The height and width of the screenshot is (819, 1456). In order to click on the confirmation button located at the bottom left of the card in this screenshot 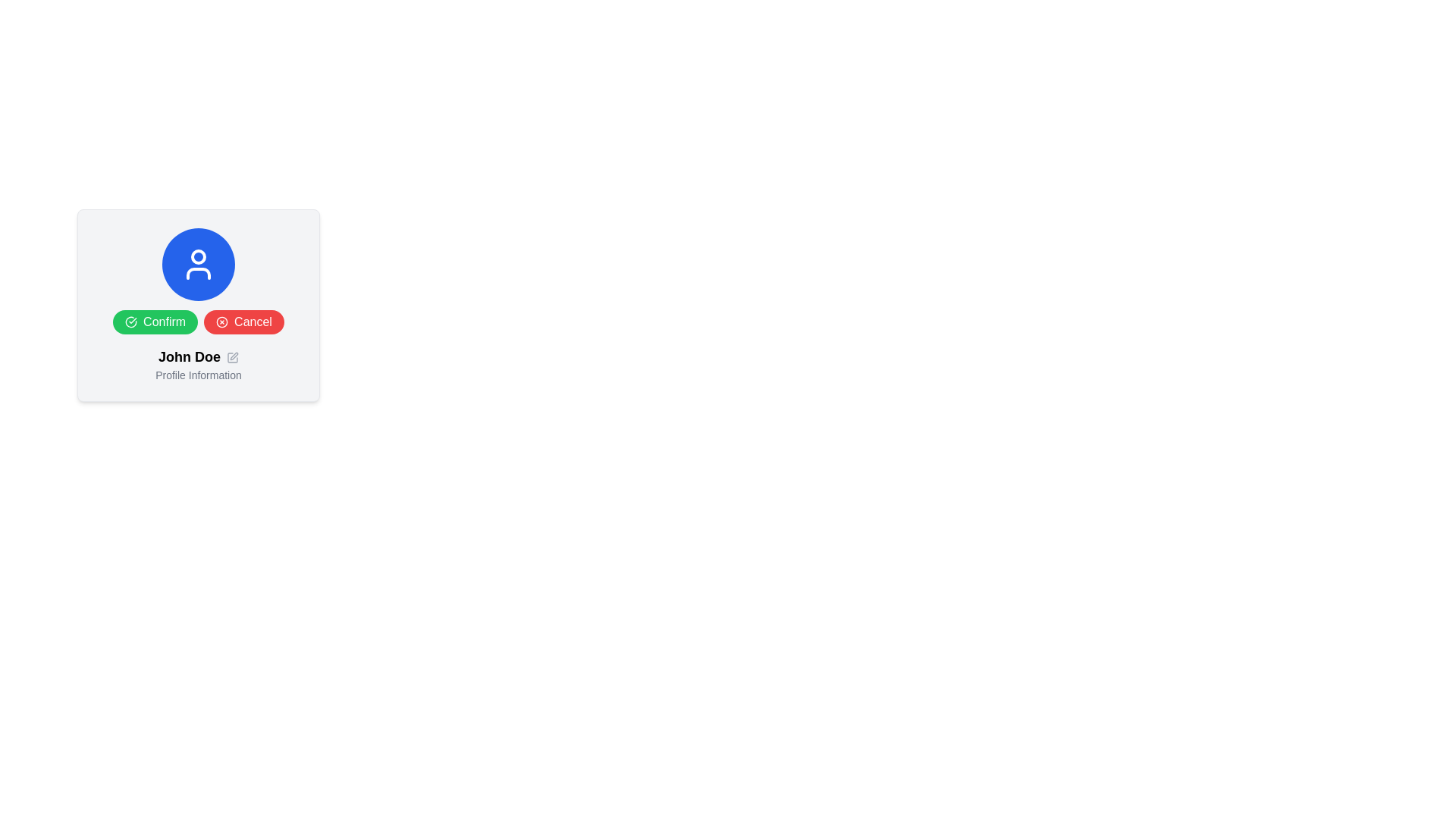, I will do `click(155, 321)`.